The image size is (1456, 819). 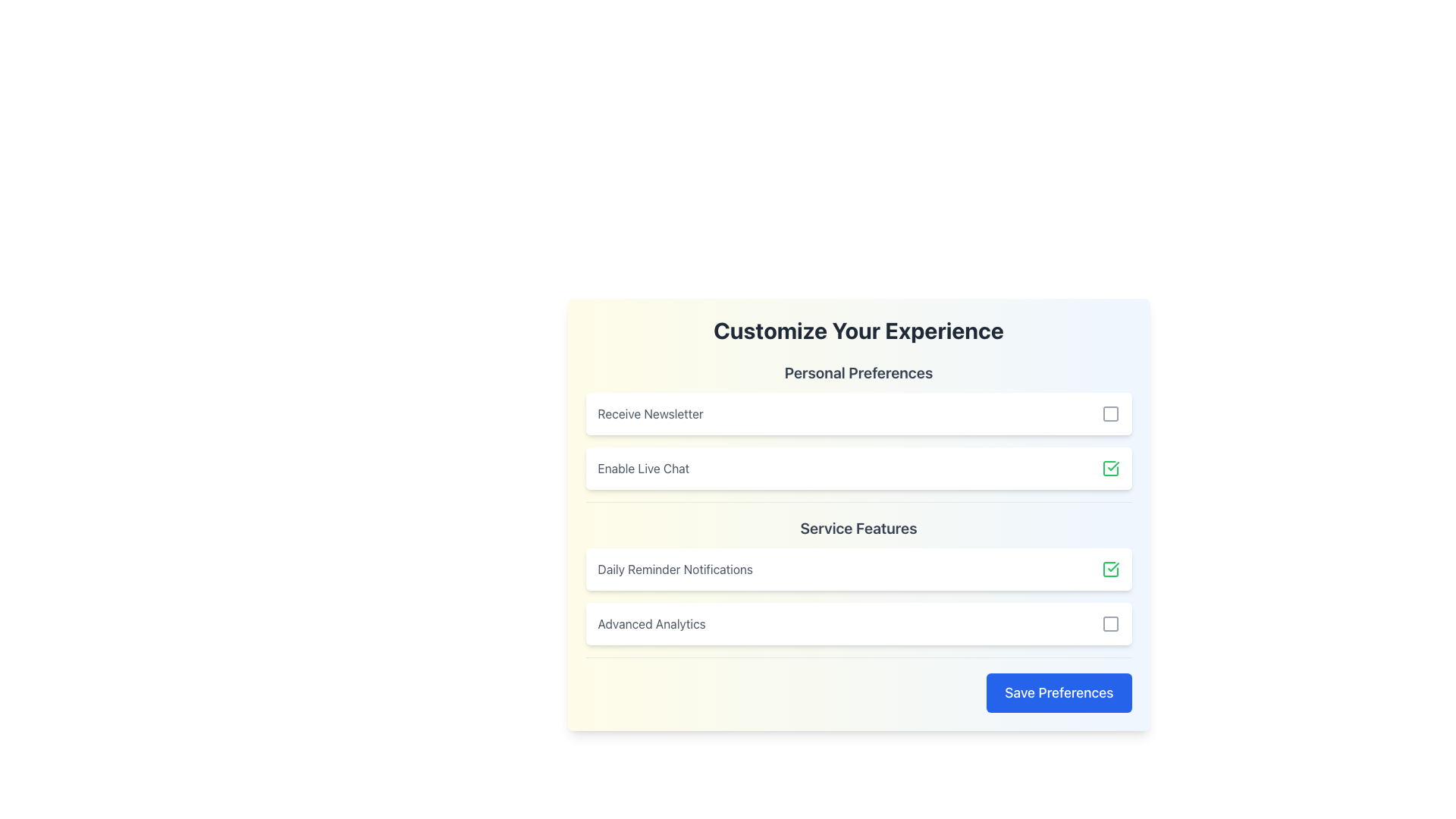 What do you see at coordinates (1110, 623) in the screenshot?
I see `the square-shaped button with a gray border located to the right of the 'Advanced Analytics' text` at bounding box center [1110, 623].